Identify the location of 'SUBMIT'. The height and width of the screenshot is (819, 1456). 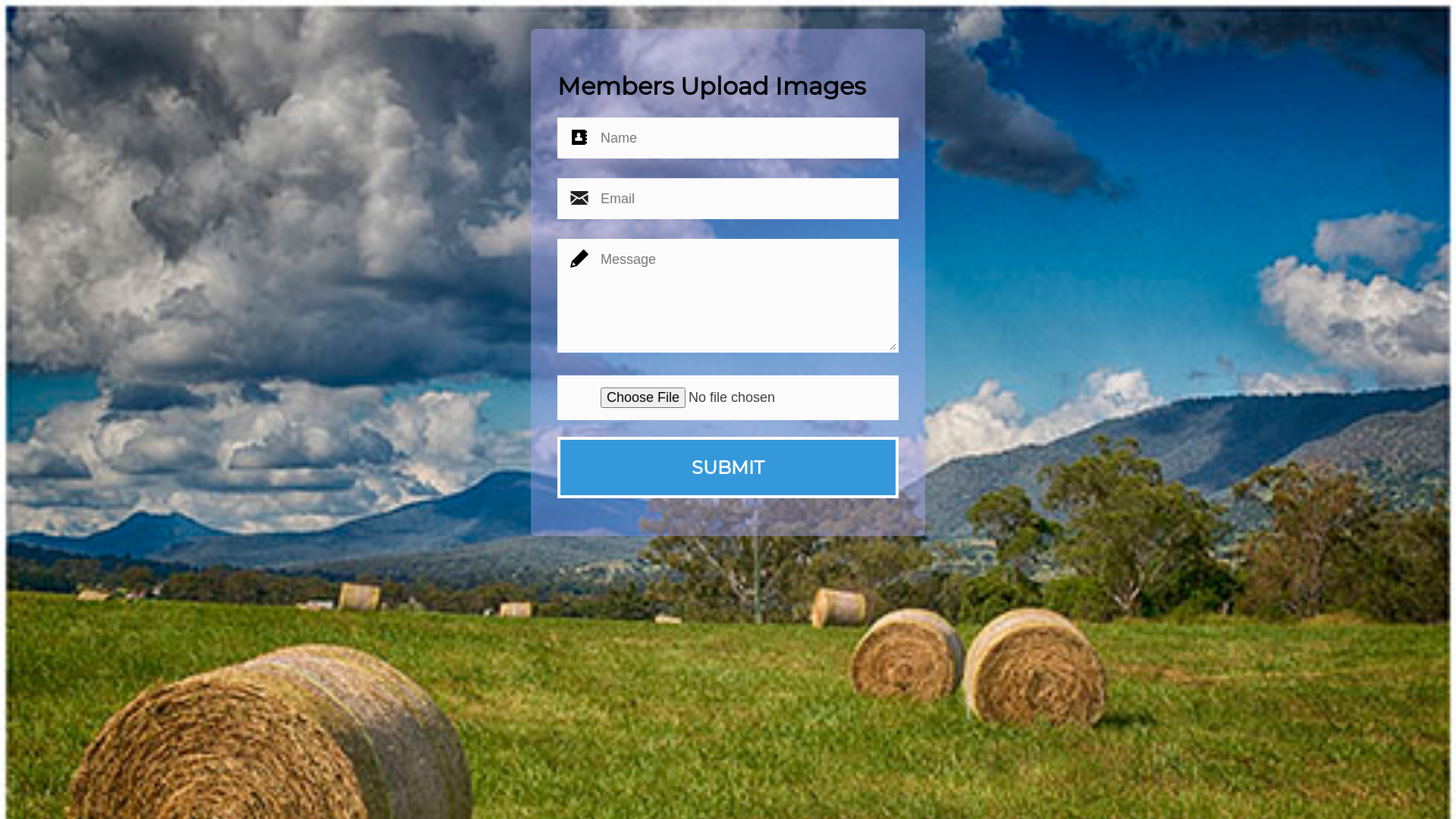
(728, 466).